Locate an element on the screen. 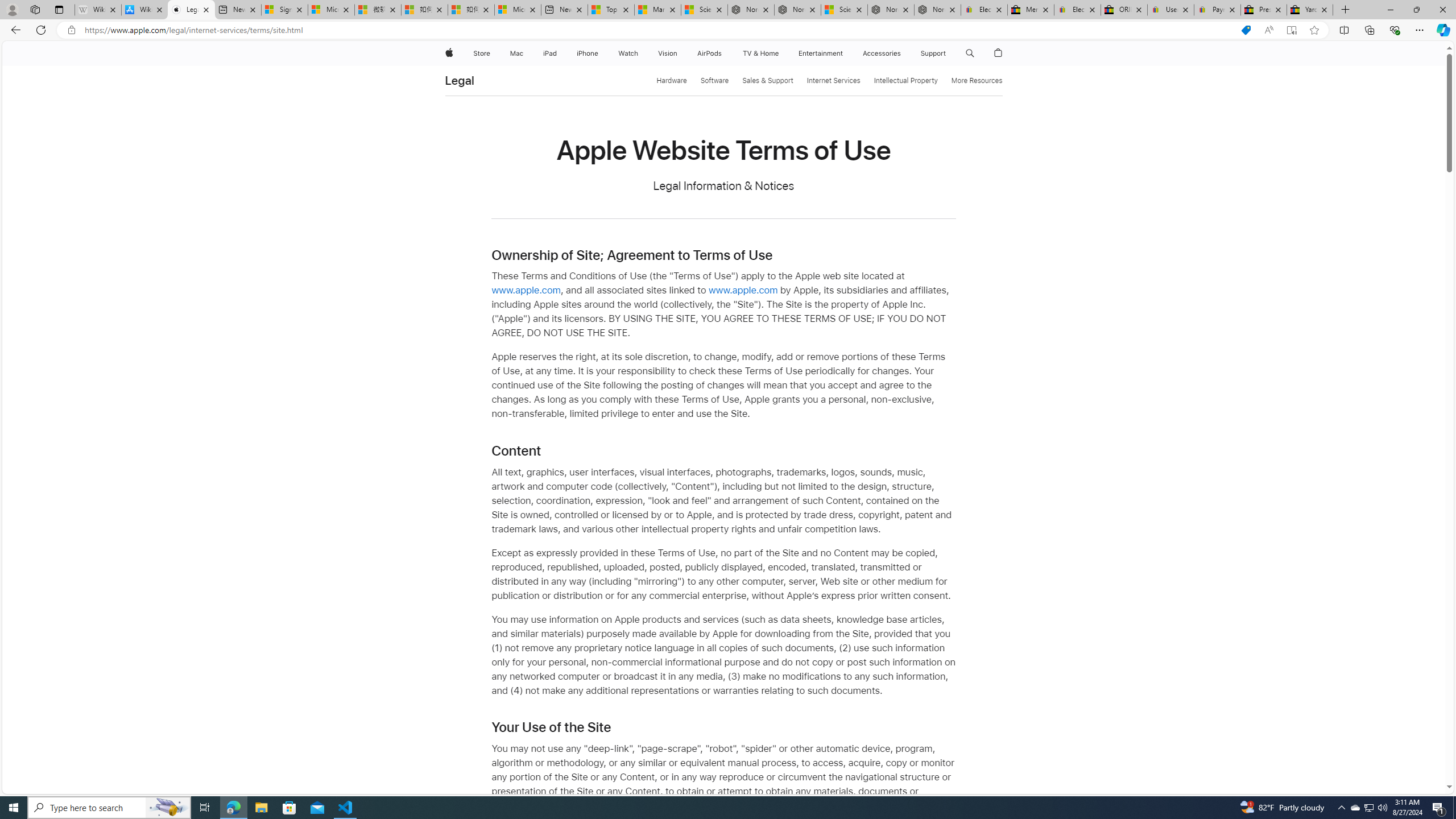 The height and width of the screenshot is (819, 1456). 'Mac' is located at coordinates (515, 53).